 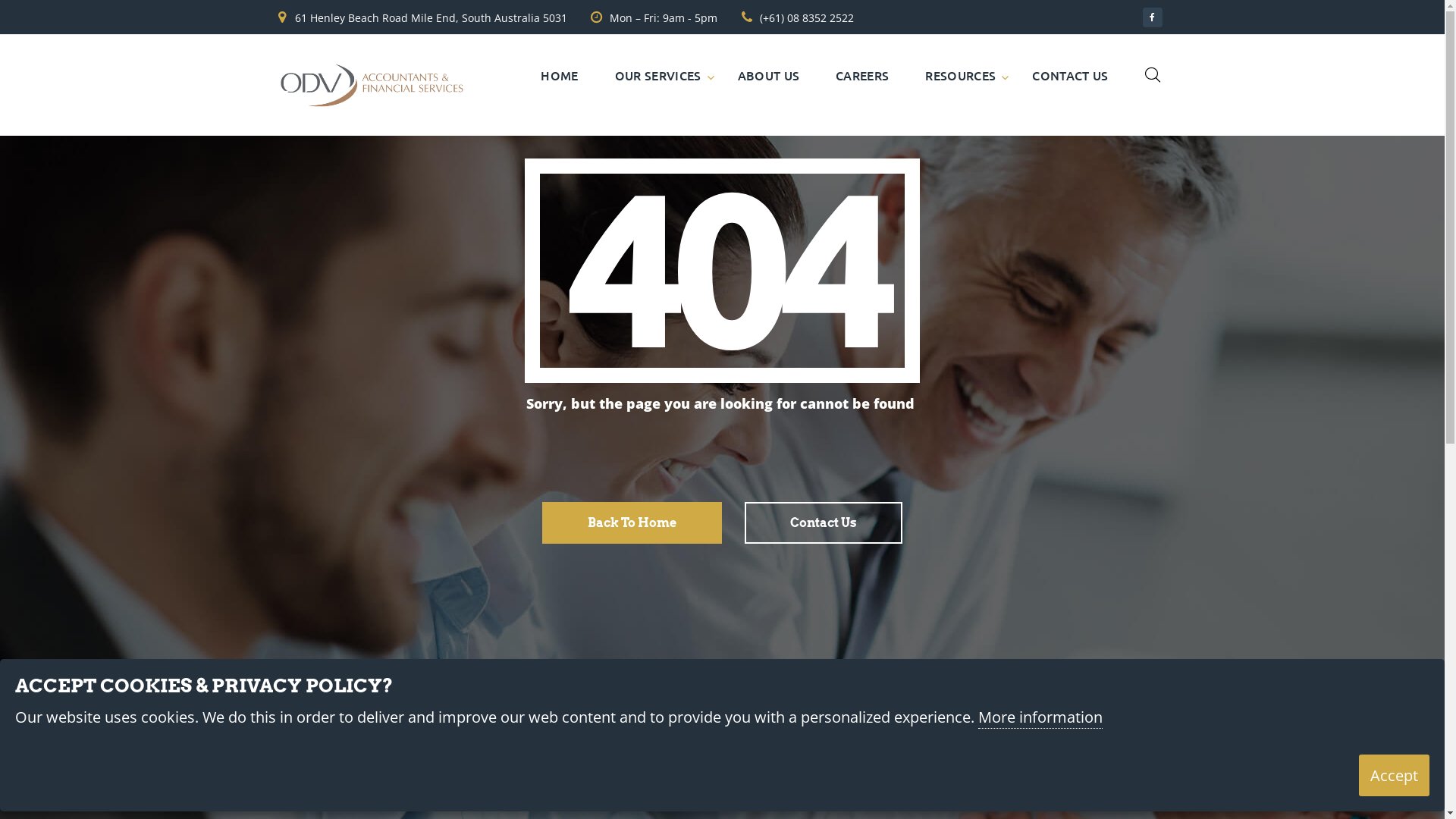 I want to click on '61 Henley Beach Road Mile End, South Australia 5031', so click(x=429, y=17).